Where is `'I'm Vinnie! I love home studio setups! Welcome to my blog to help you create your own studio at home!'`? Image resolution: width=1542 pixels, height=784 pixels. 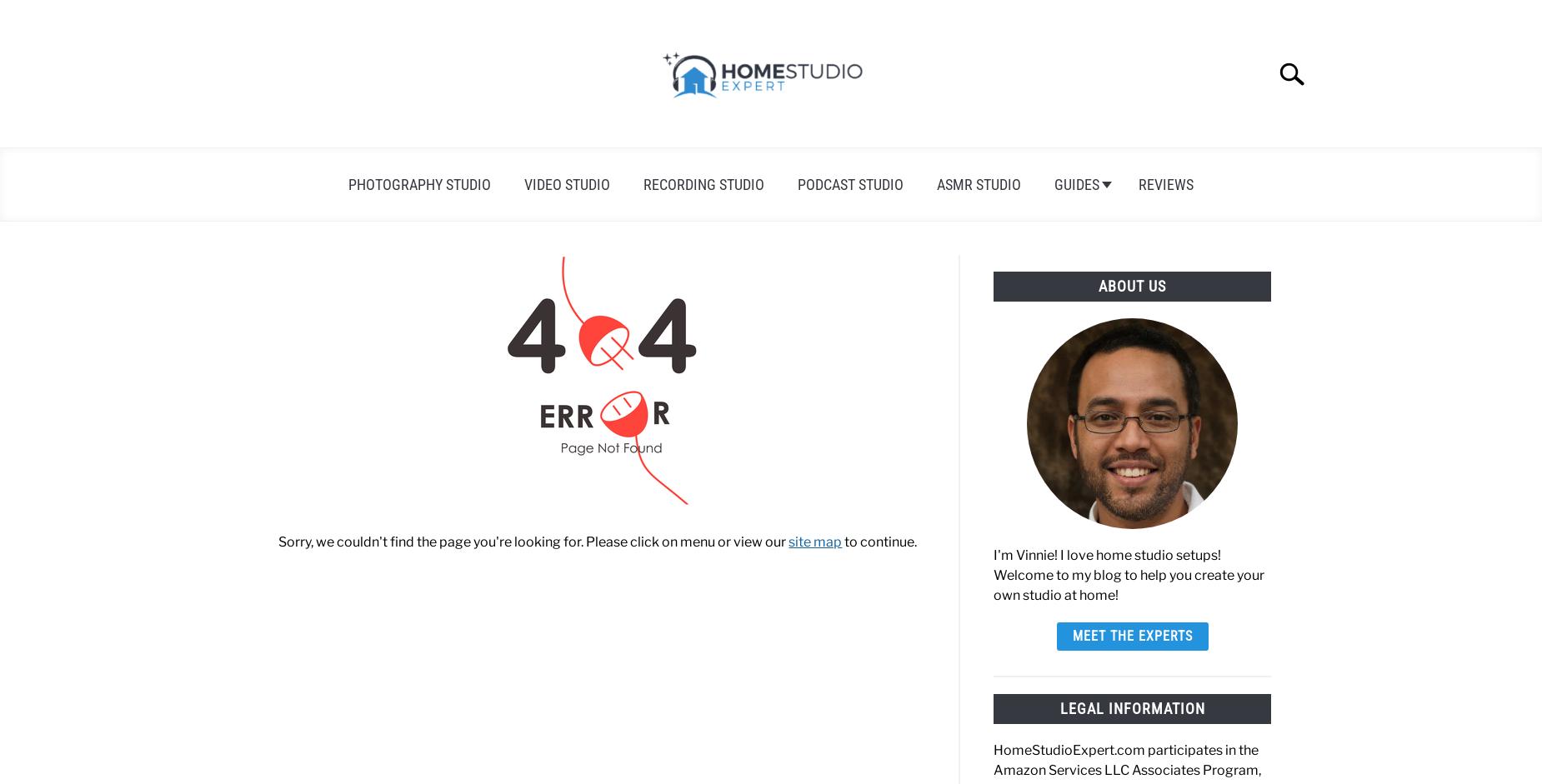
'I'm Vinnie! I love home studio setups! Welcome to my blog to help you create your own studio at home!' is located at coordinates (992, 574).